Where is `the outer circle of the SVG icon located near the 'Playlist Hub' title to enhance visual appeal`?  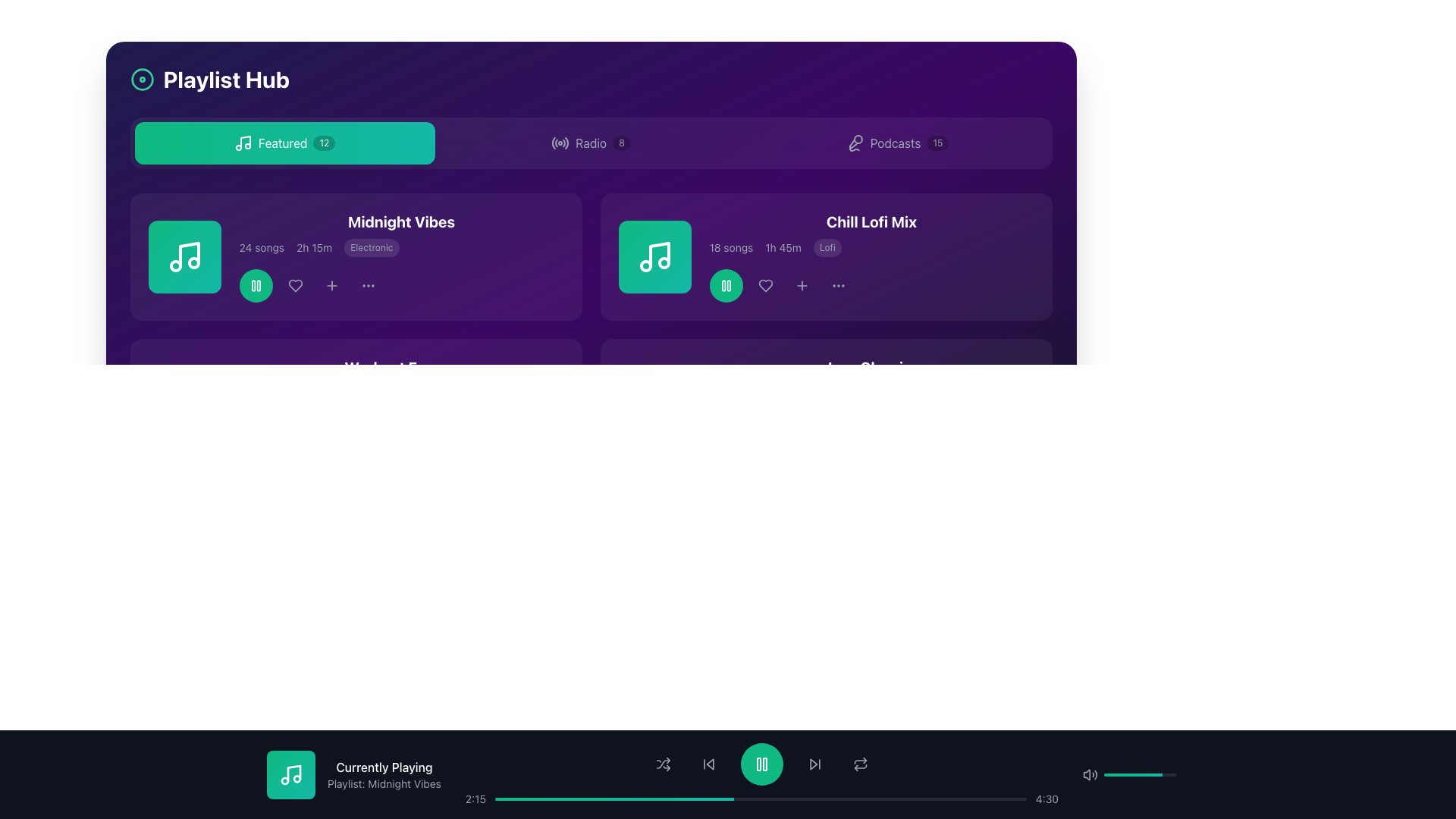
the outer circle of the SVG icon located near the 'Playlist Hub' title to enhance visual appeal is located at coordinates (142, 79).